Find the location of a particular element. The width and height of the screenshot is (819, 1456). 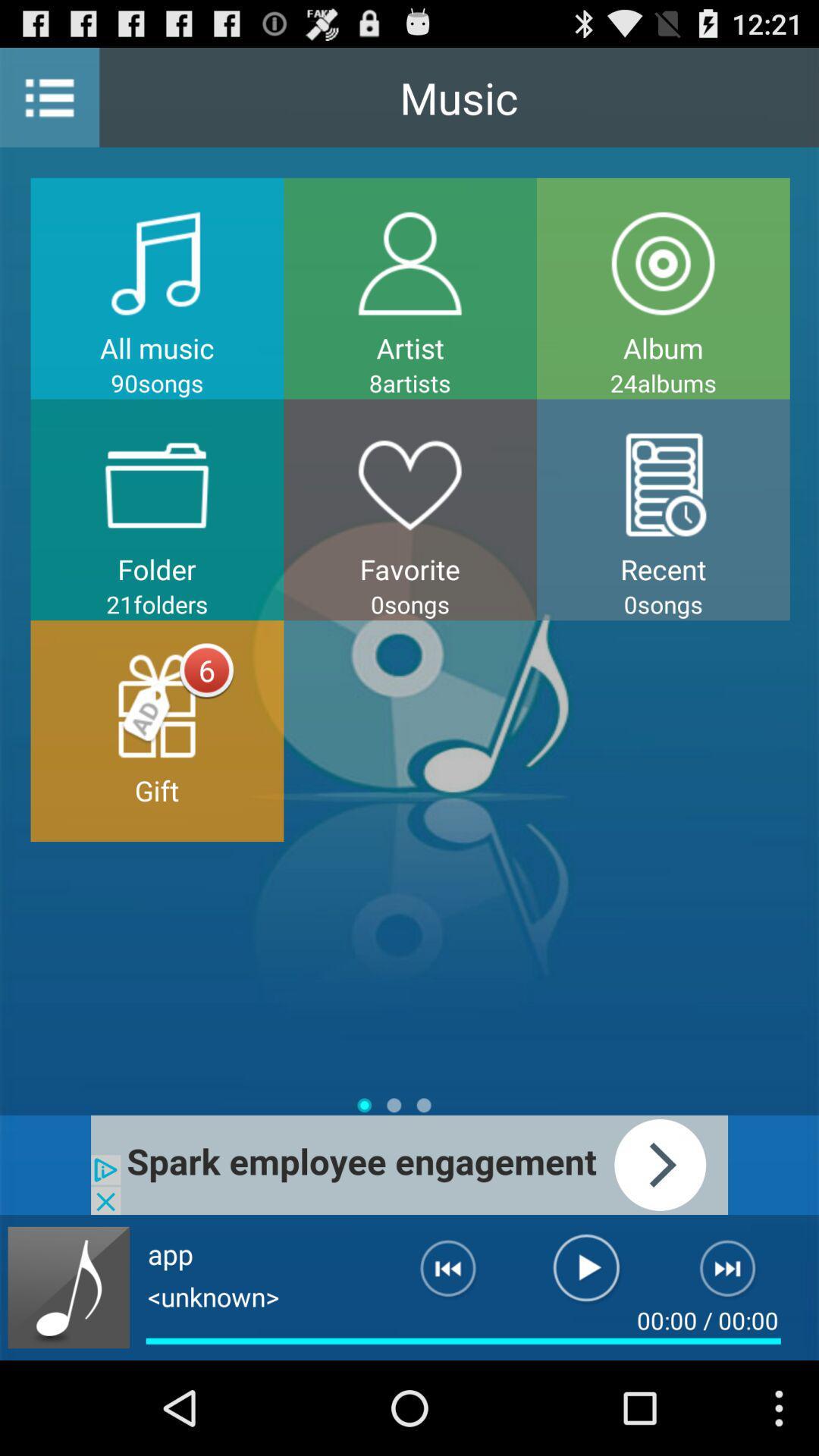

play is located at coordinates (585, 1274).